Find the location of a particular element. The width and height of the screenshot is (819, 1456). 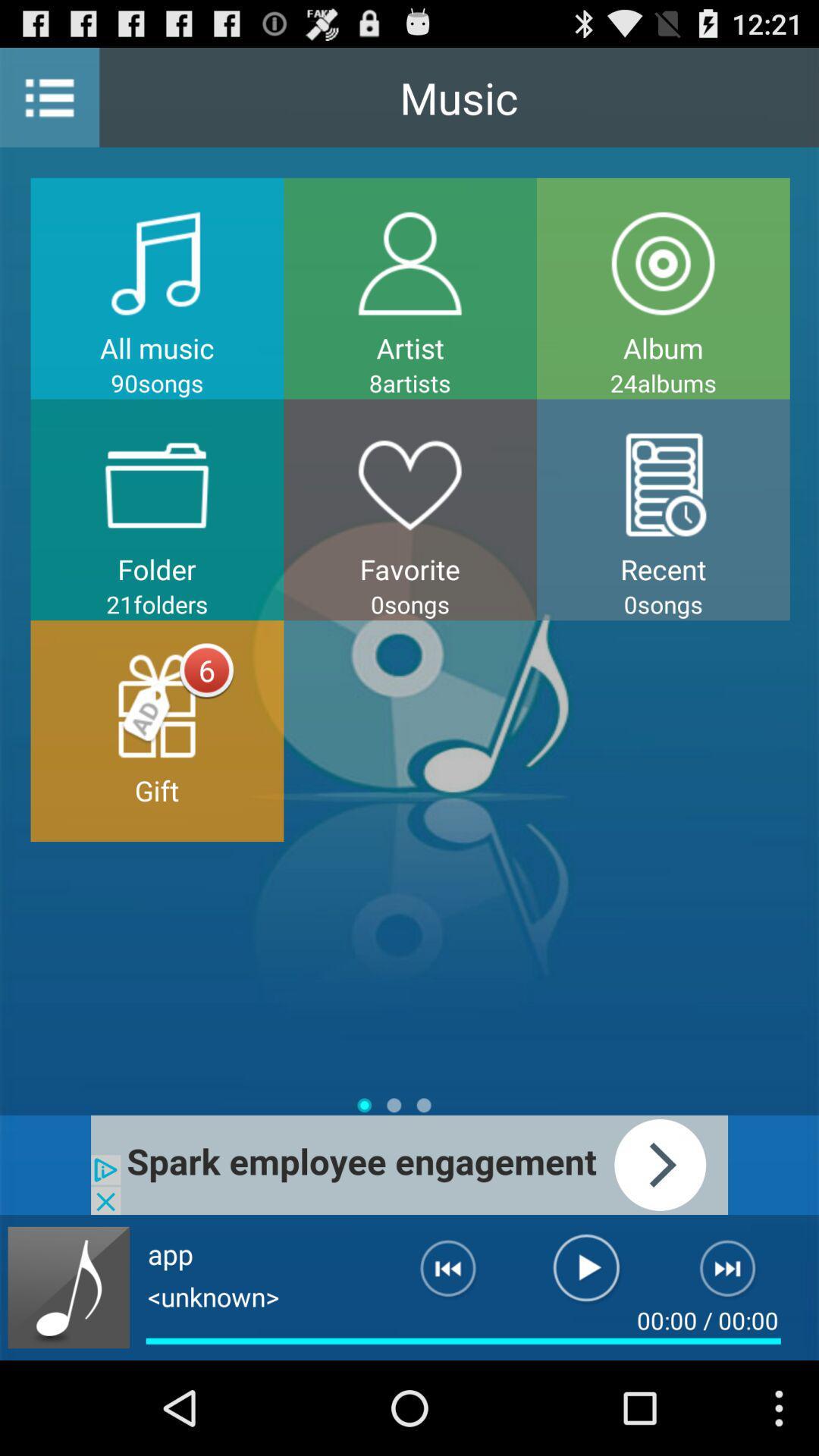

play is located at coordinates (585, 1274).